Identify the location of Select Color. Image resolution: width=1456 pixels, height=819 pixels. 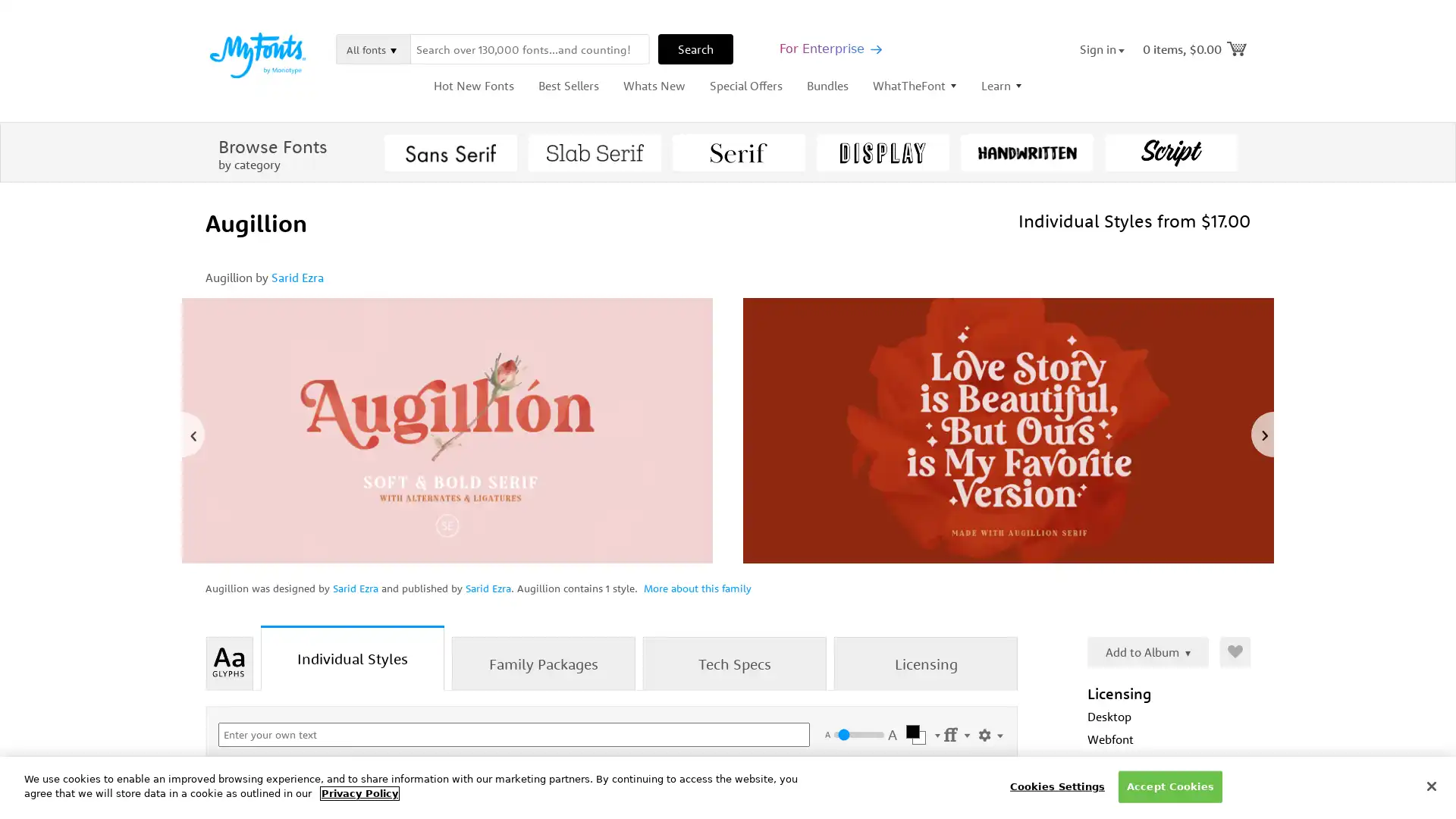
(920, 734).